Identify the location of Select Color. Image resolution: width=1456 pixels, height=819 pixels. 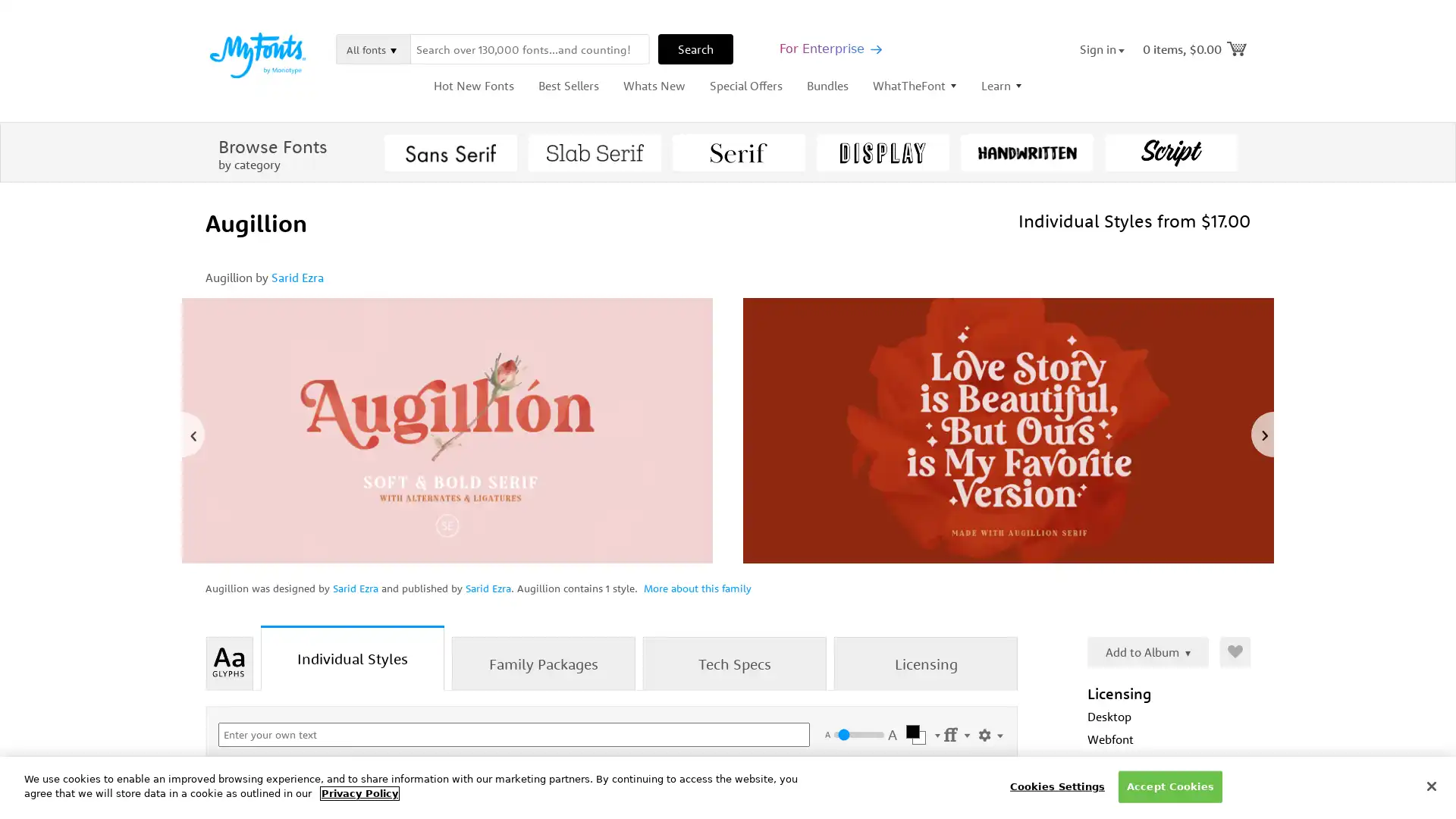
(920, 734).